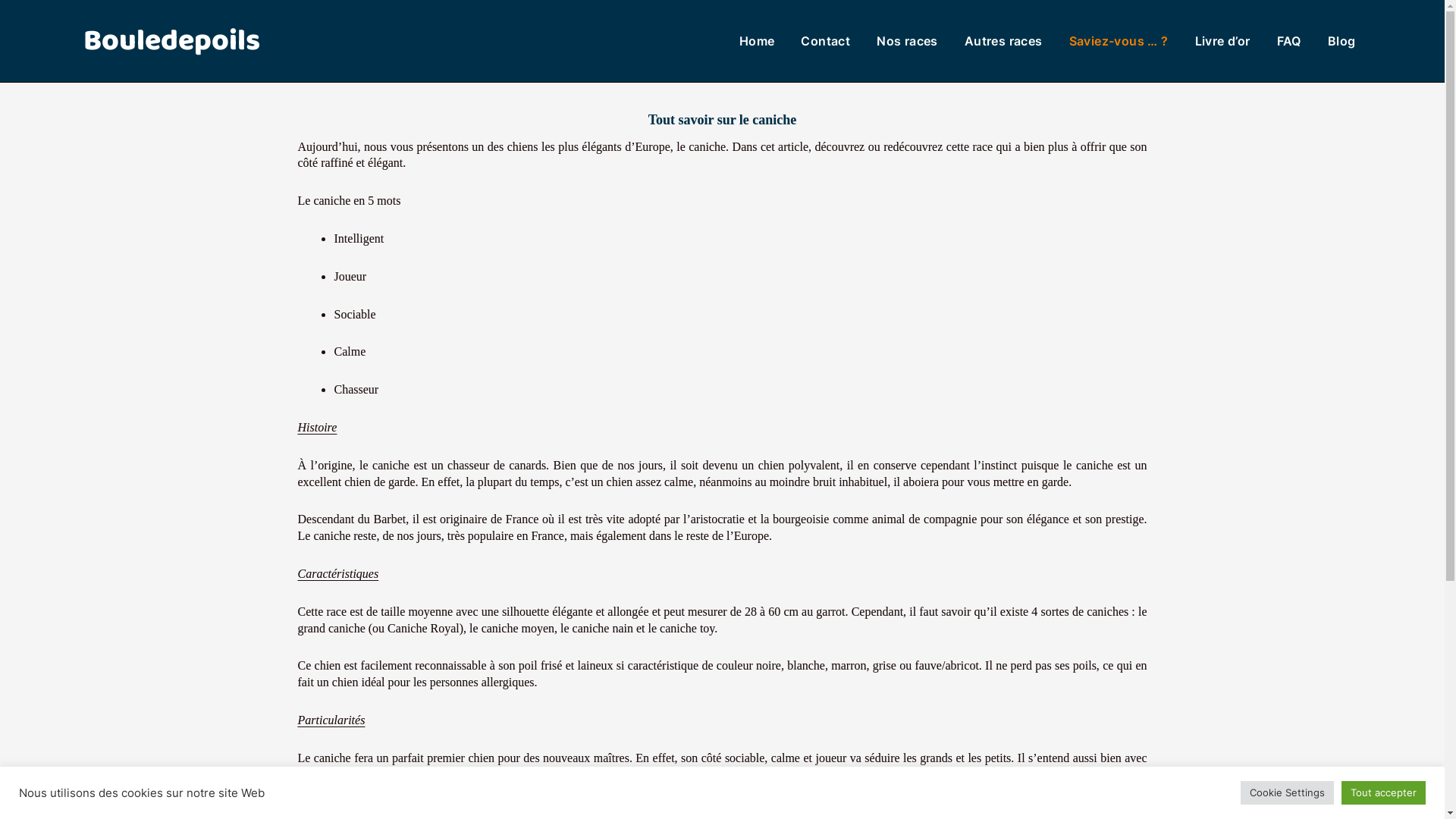 The width and height of the screenshot is (1456, 819). Describe the element at coordinates (1288, 40) in the screenshot. I see `'FAQ'` at that location.